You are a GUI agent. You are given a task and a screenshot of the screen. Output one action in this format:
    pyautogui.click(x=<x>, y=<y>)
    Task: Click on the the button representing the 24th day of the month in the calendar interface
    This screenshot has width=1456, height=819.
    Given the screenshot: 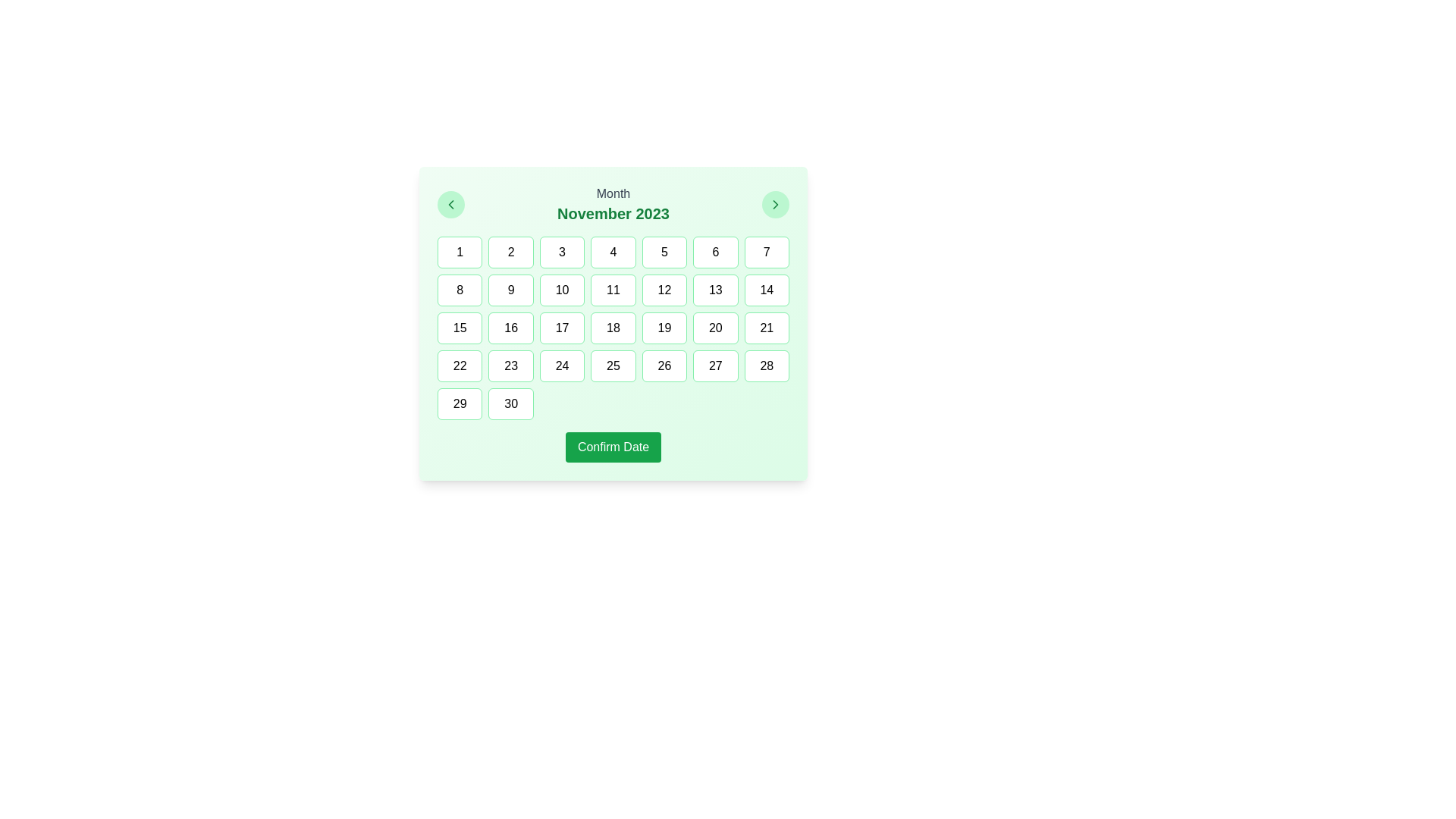 What is the action you would take?
    pyautogui.click(x=561, y=366)
    